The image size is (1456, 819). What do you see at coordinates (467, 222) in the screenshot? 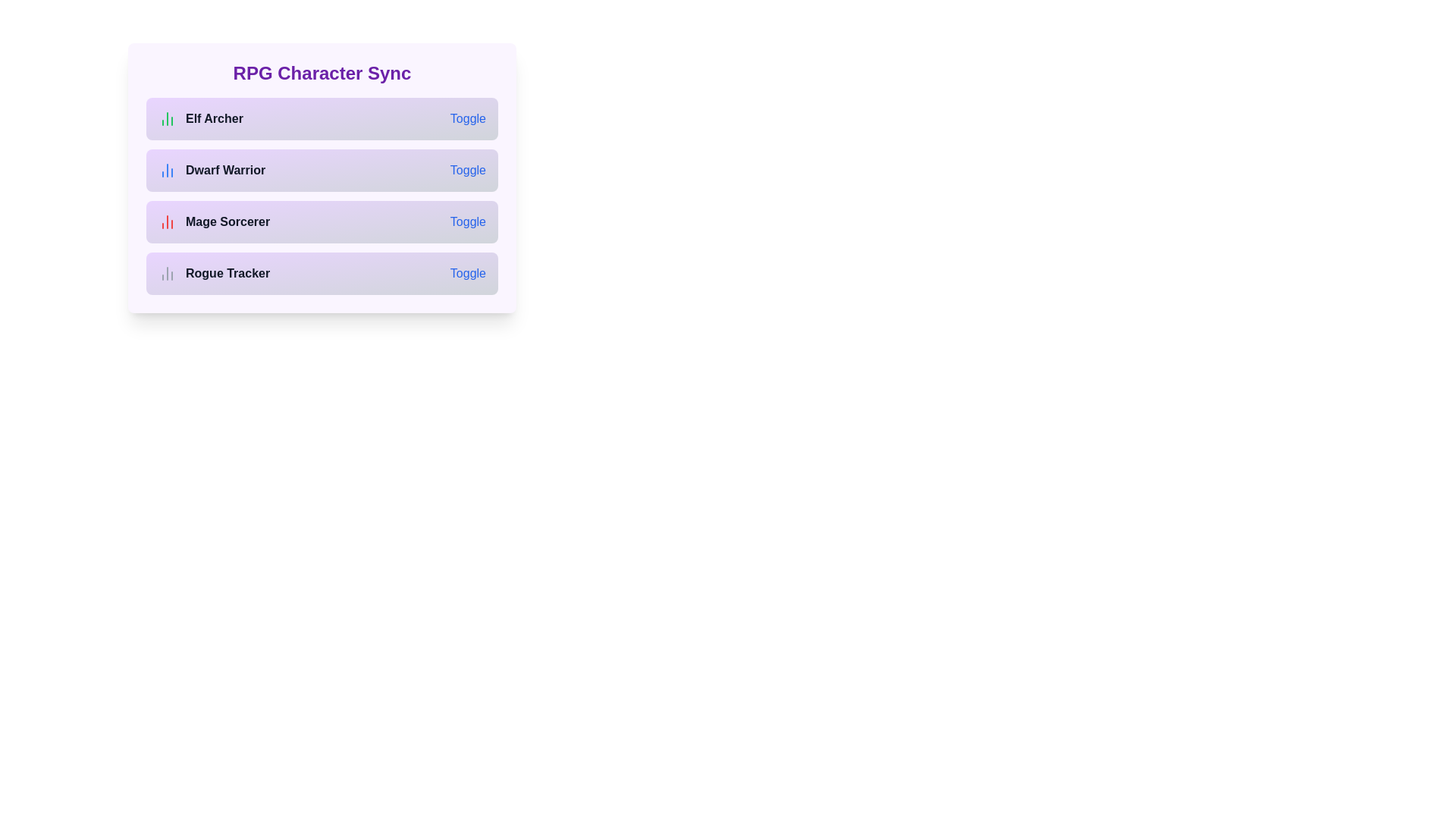
I see `the button located at the far right side, following the text label 'Mage Sorcerer'` at bounding box center [467, 222].